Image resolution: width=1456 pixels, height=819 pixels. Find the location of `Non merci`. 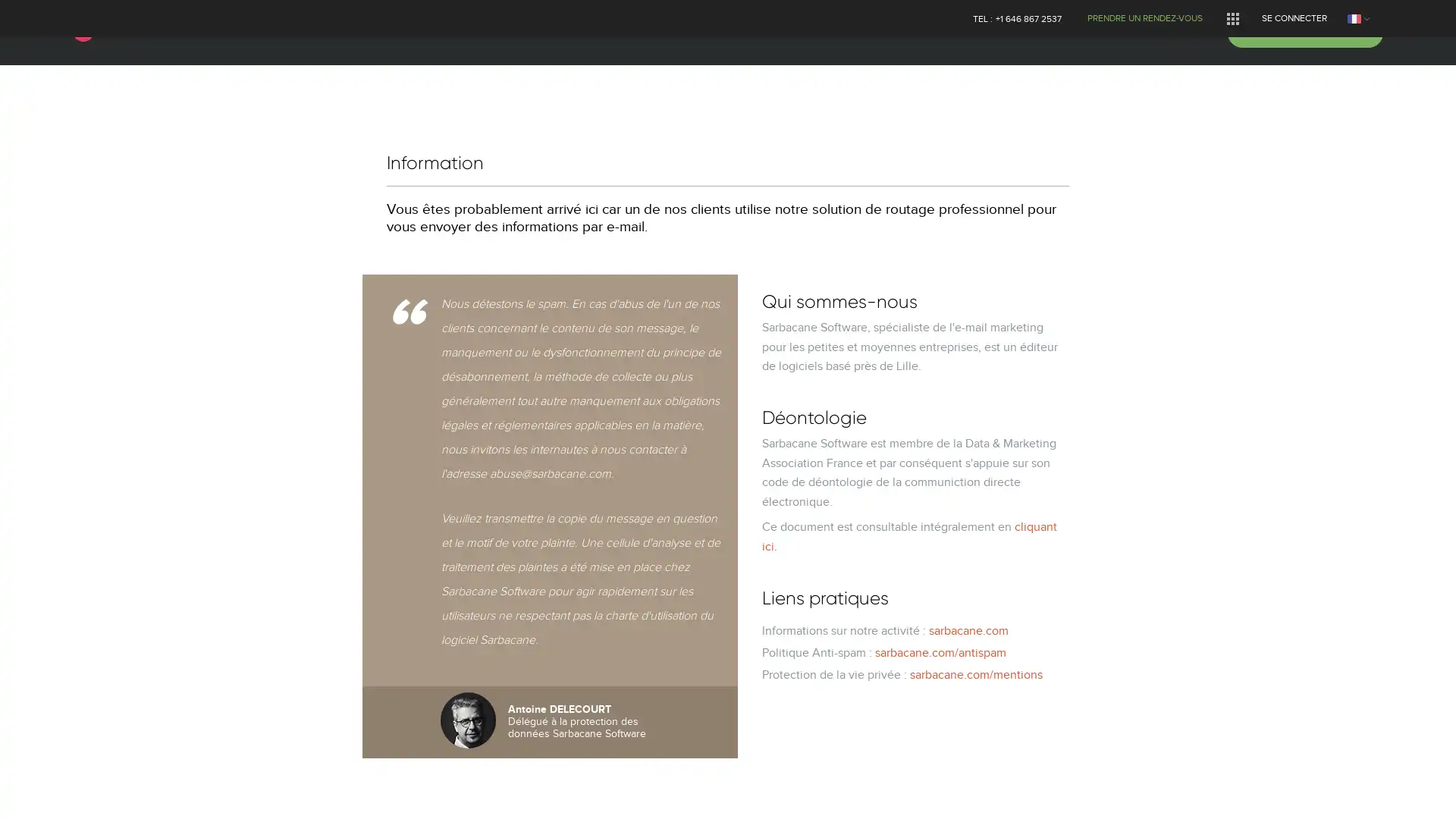

Non merci is located at coordinates (607, 513).